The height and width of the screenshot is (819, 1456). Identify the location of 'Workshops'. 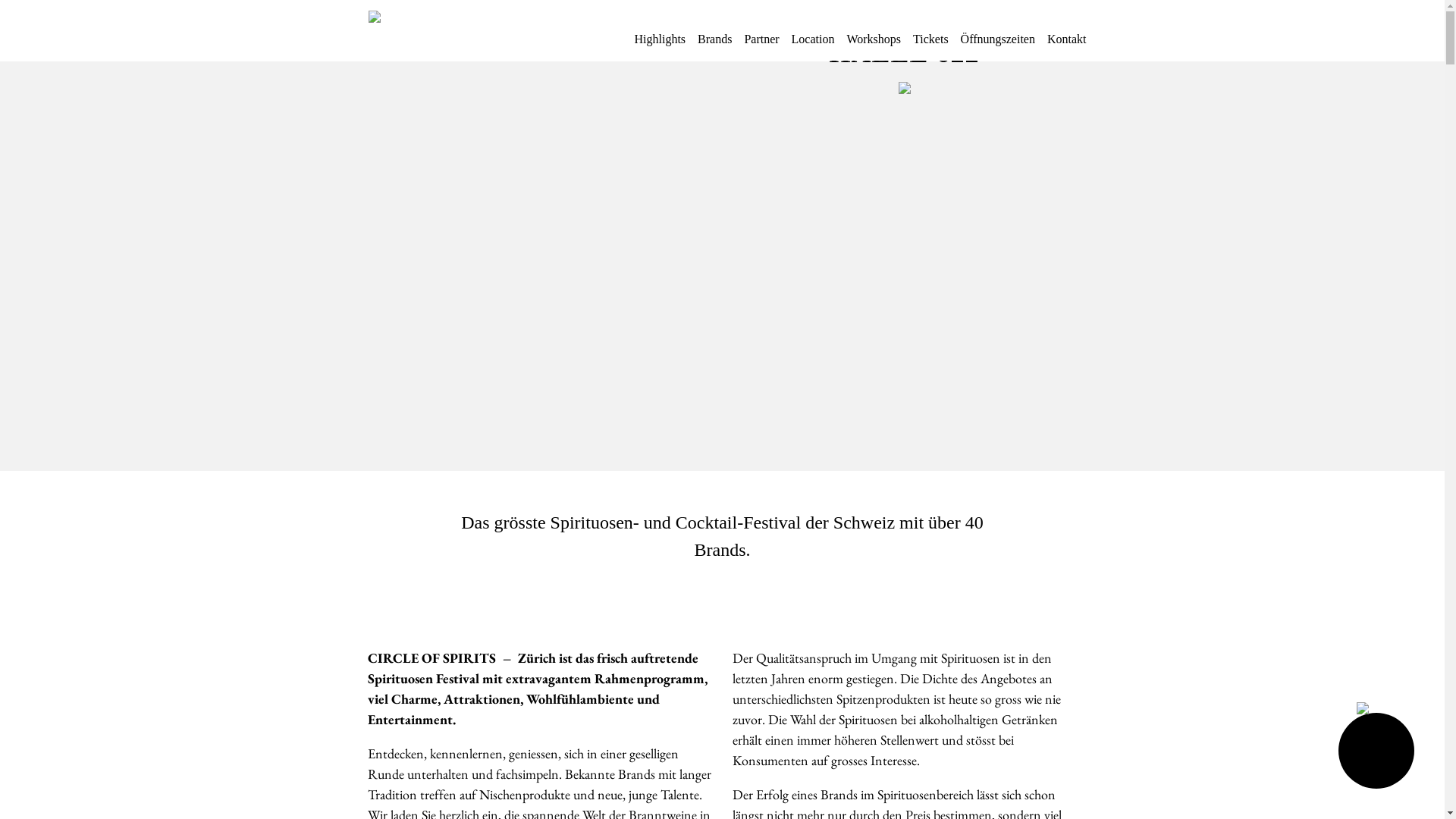
(874, 45).